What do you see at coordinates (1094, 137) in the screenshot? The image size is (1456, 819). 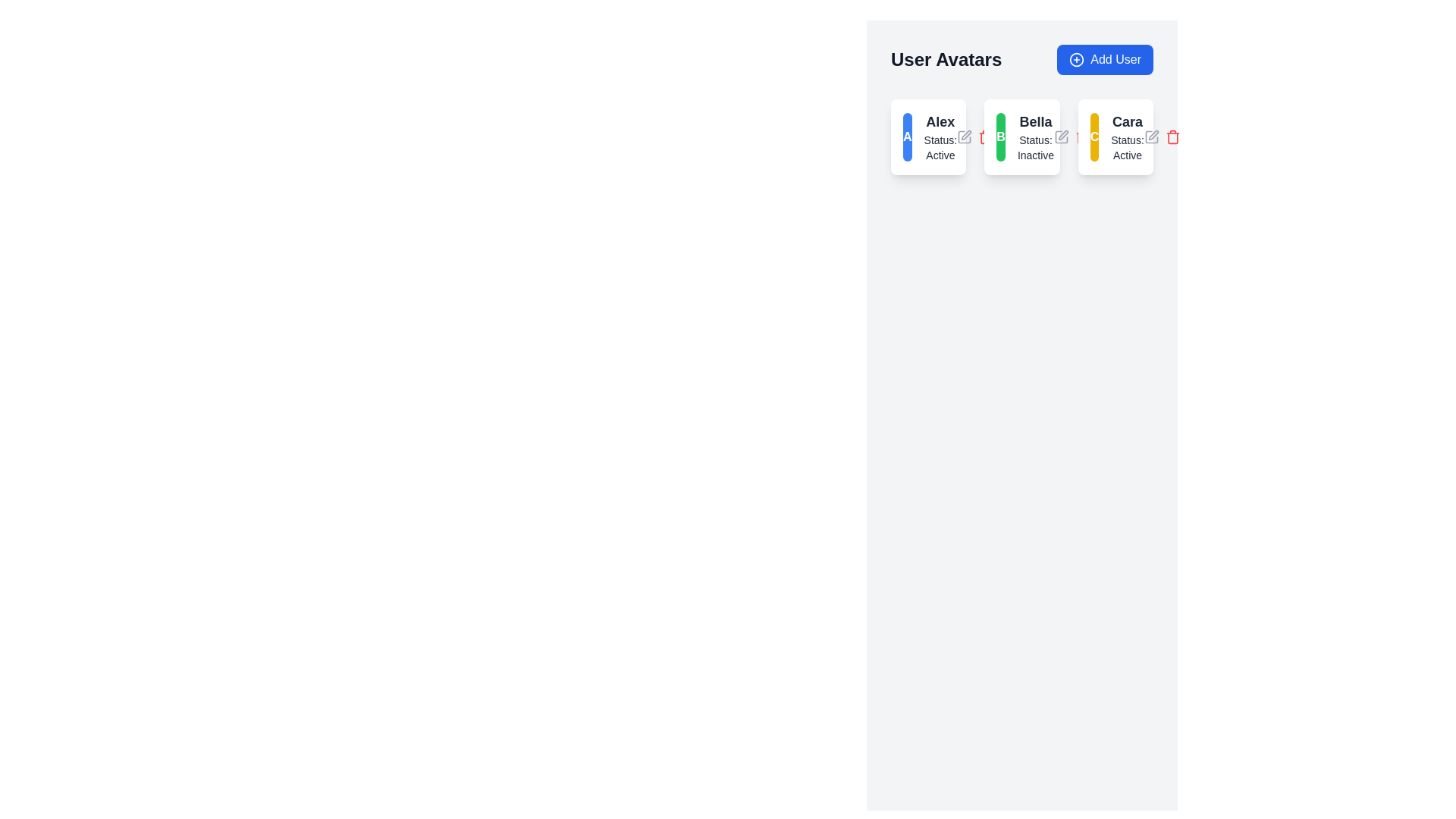 I see `the Circular Avatar Icon with a bold white letter 'C' on a yellow background, located in the third card from the left under the 'User Avatars' heading` at bounding box center [1094, 137].